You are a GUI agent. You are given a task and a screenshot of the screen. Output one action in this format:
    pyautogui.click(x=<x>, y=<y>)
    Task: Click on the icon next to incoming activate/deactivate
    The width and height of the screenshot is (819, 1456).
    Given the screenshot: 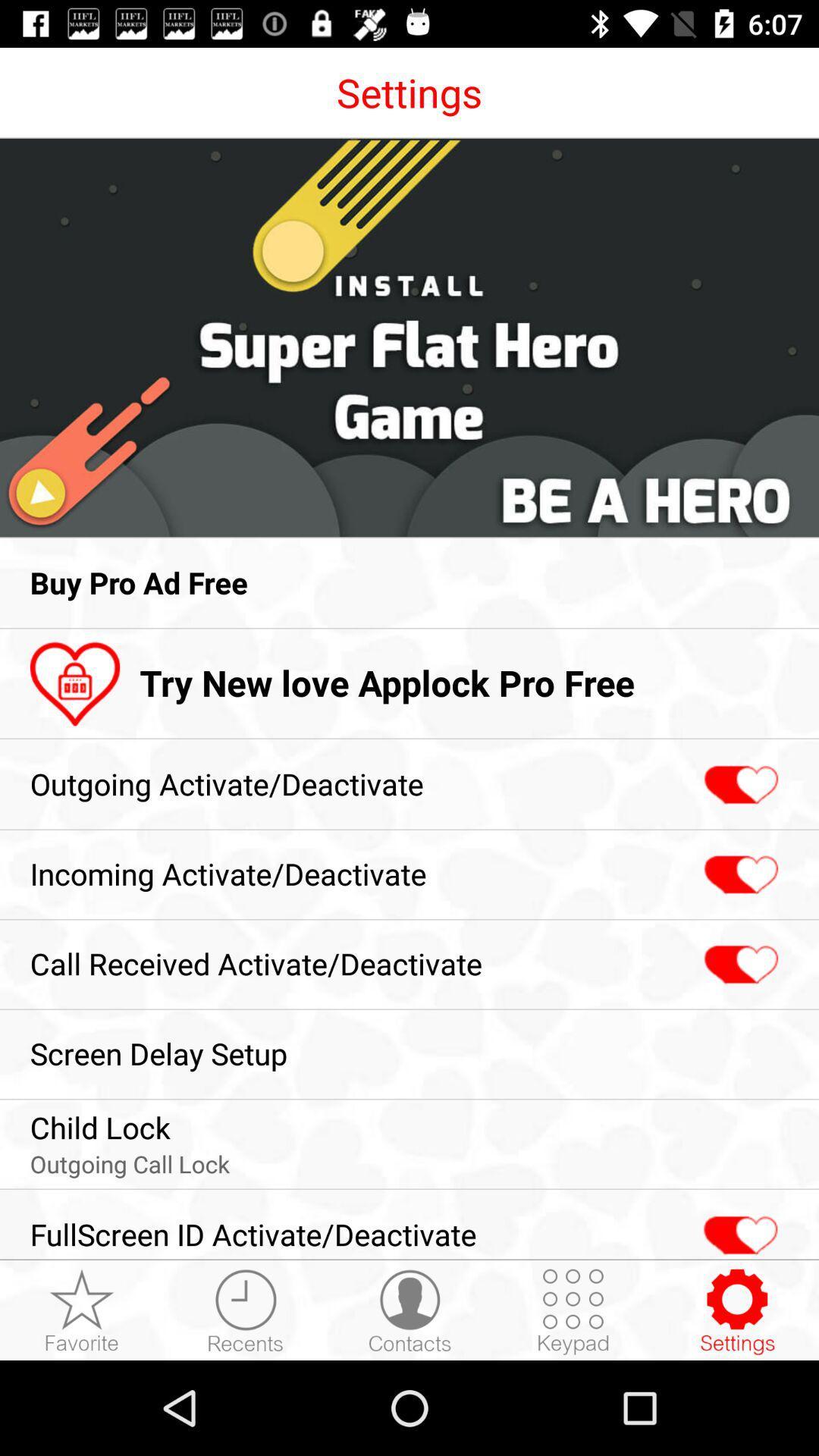 What is the action you would take?
    pyautogui.click(x=739, y=875)
    